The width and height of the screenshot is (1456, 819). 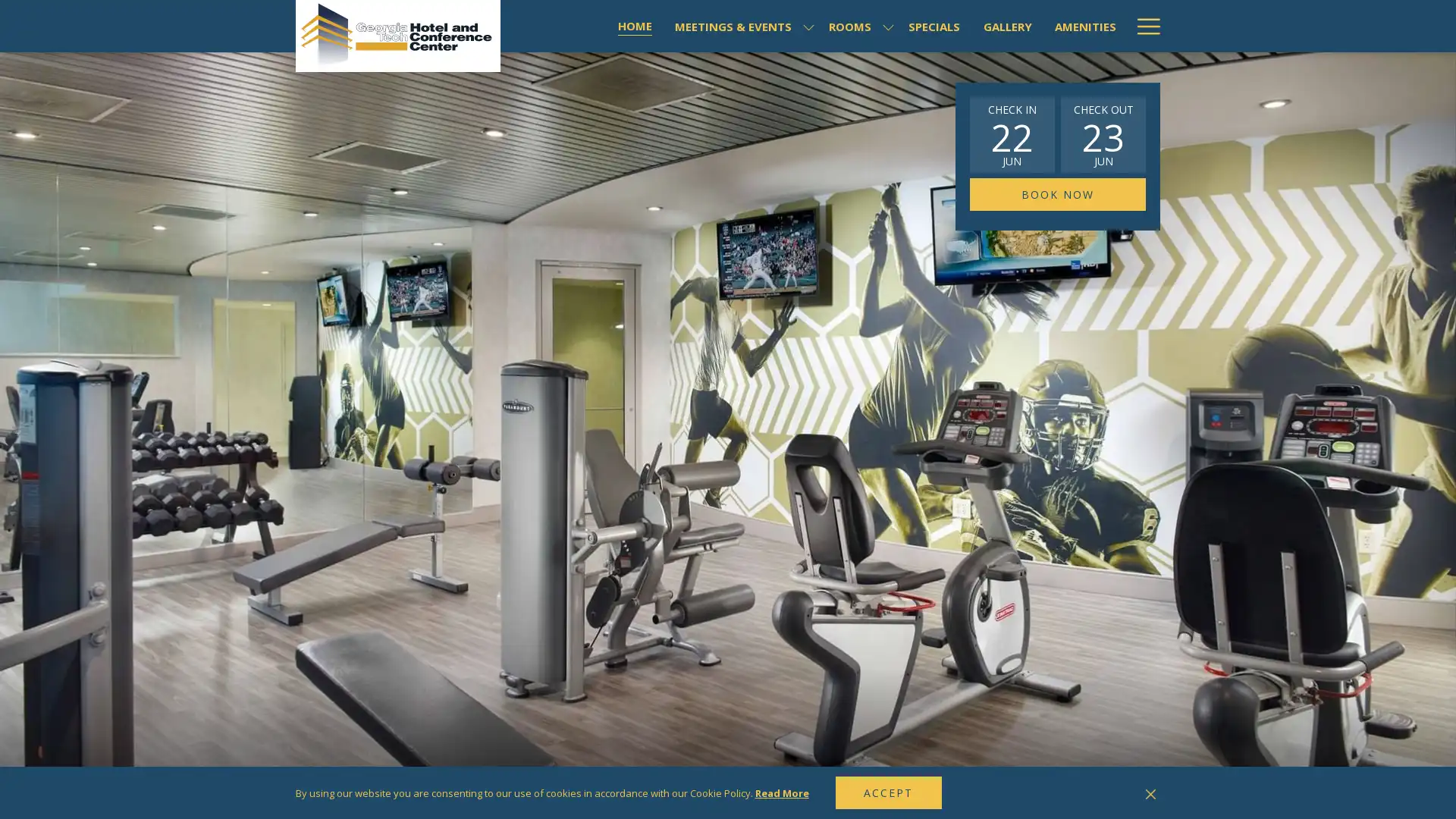 I want to click on Pause slideshow, so click(x=1133, y=793).